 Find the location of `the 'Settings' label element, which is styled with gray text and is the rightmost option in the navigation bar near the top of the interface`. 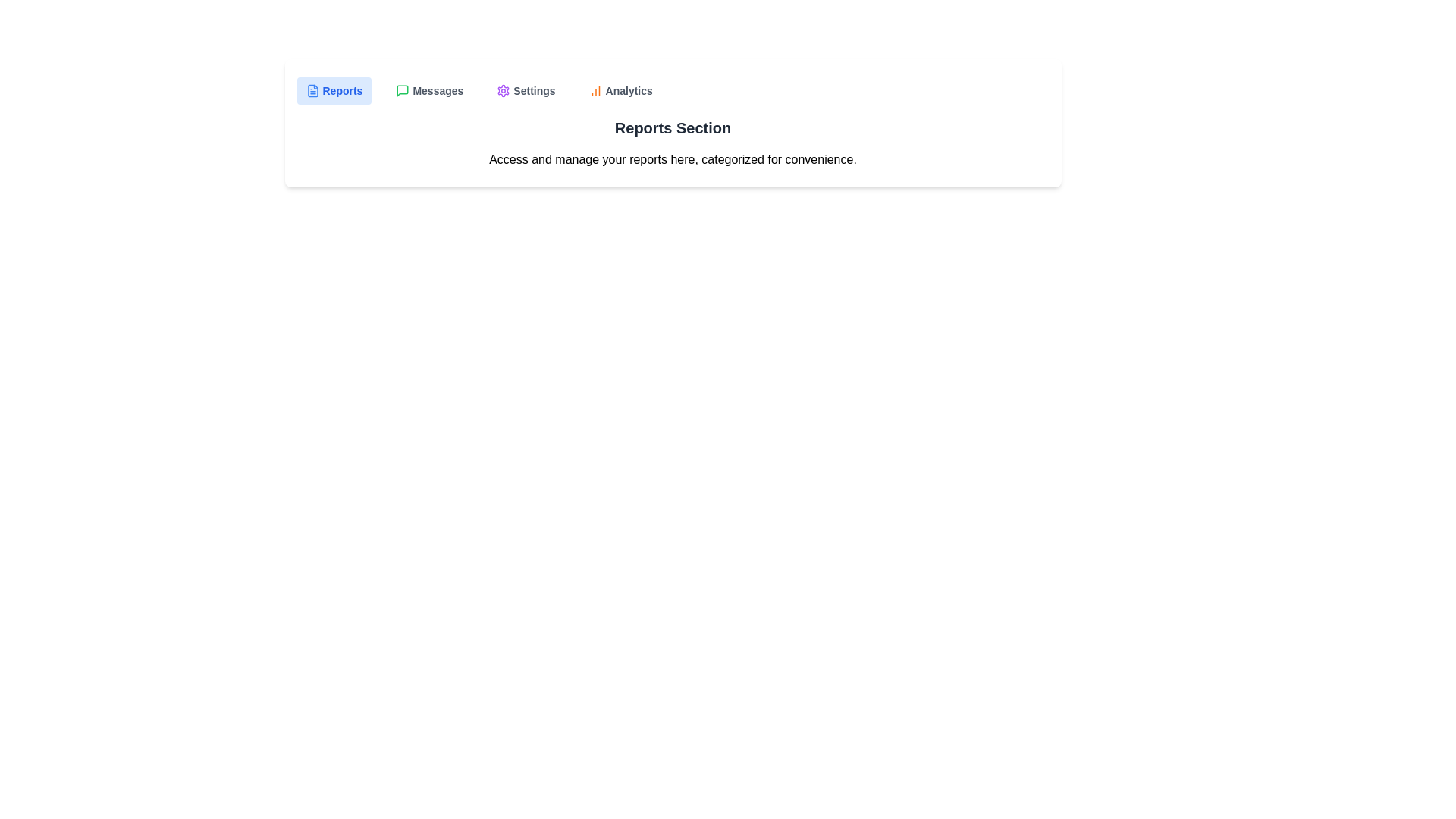

the 'Settings' label element, which is styled with gray text and is the rightmost option in the navigation bar near the top of the interface is located at coordinates (535, 90).